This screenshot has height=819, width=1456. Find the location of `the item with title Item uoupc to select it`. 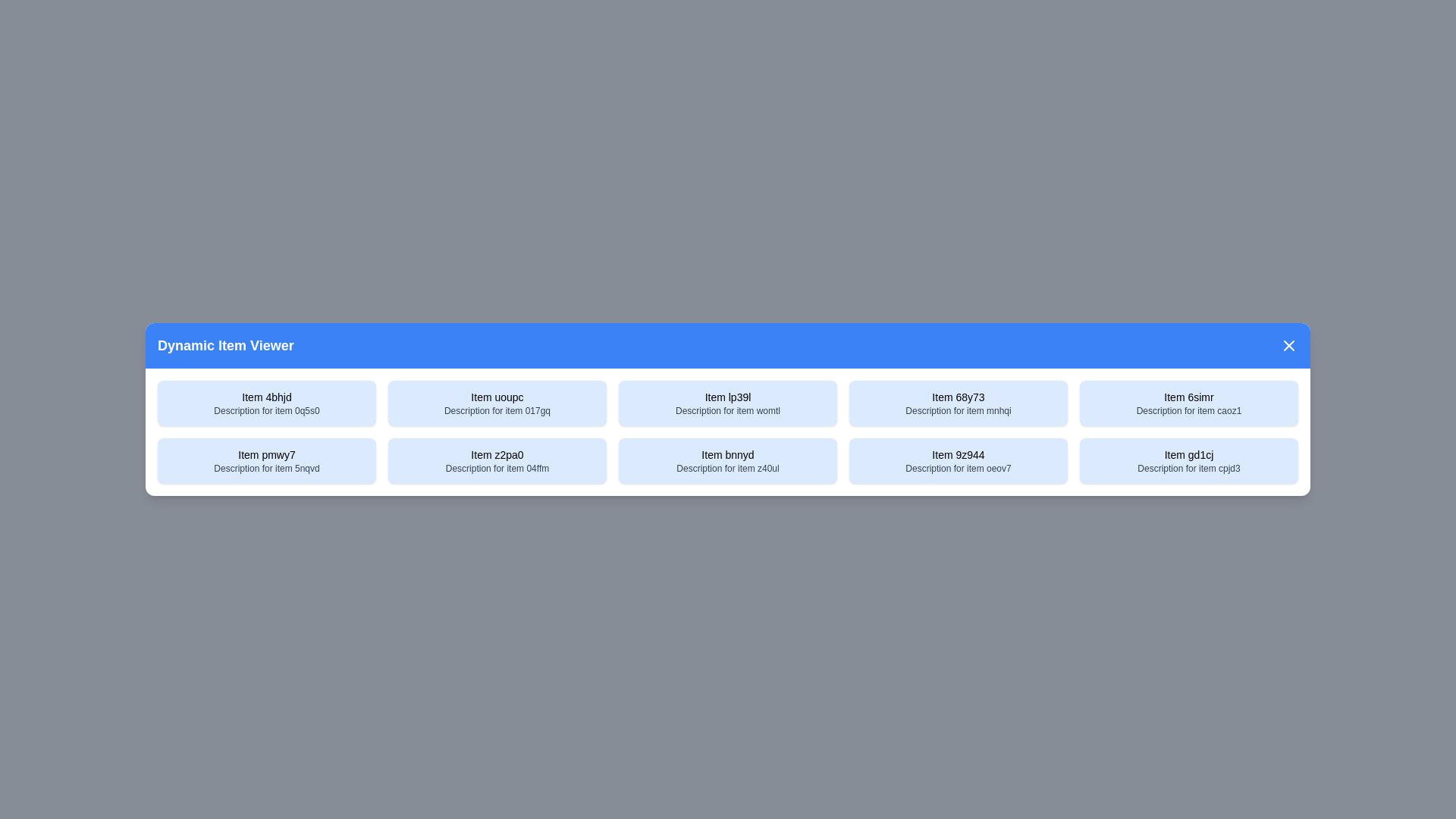

the item with title Item uoupc to select it is located at coordinates (497, 403).